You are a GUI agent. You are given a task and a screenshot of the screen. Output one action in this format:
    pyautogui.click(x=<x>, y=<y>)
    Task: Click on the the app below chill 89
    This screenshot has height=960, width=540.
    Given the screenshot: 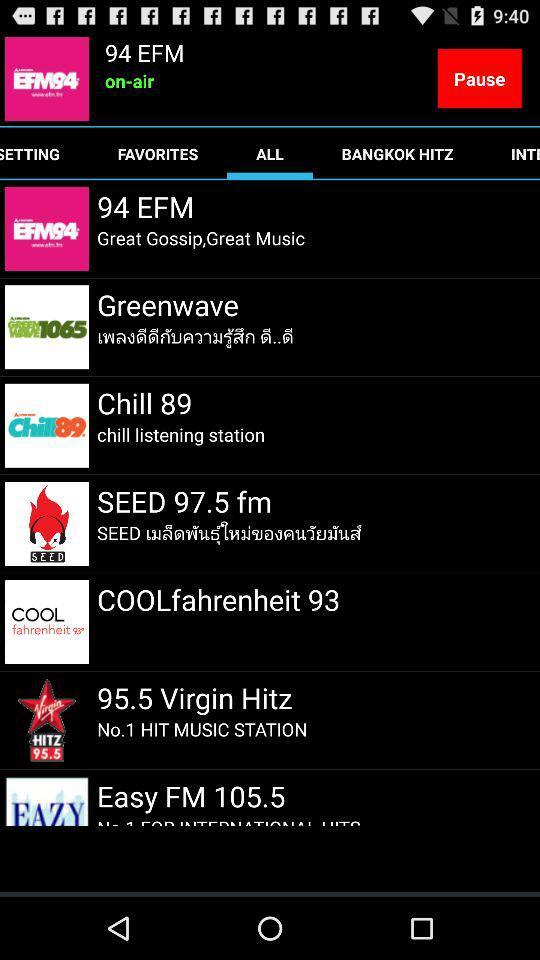 What is the action you would take?
    pyautogui.click(x=181, y=434)
    